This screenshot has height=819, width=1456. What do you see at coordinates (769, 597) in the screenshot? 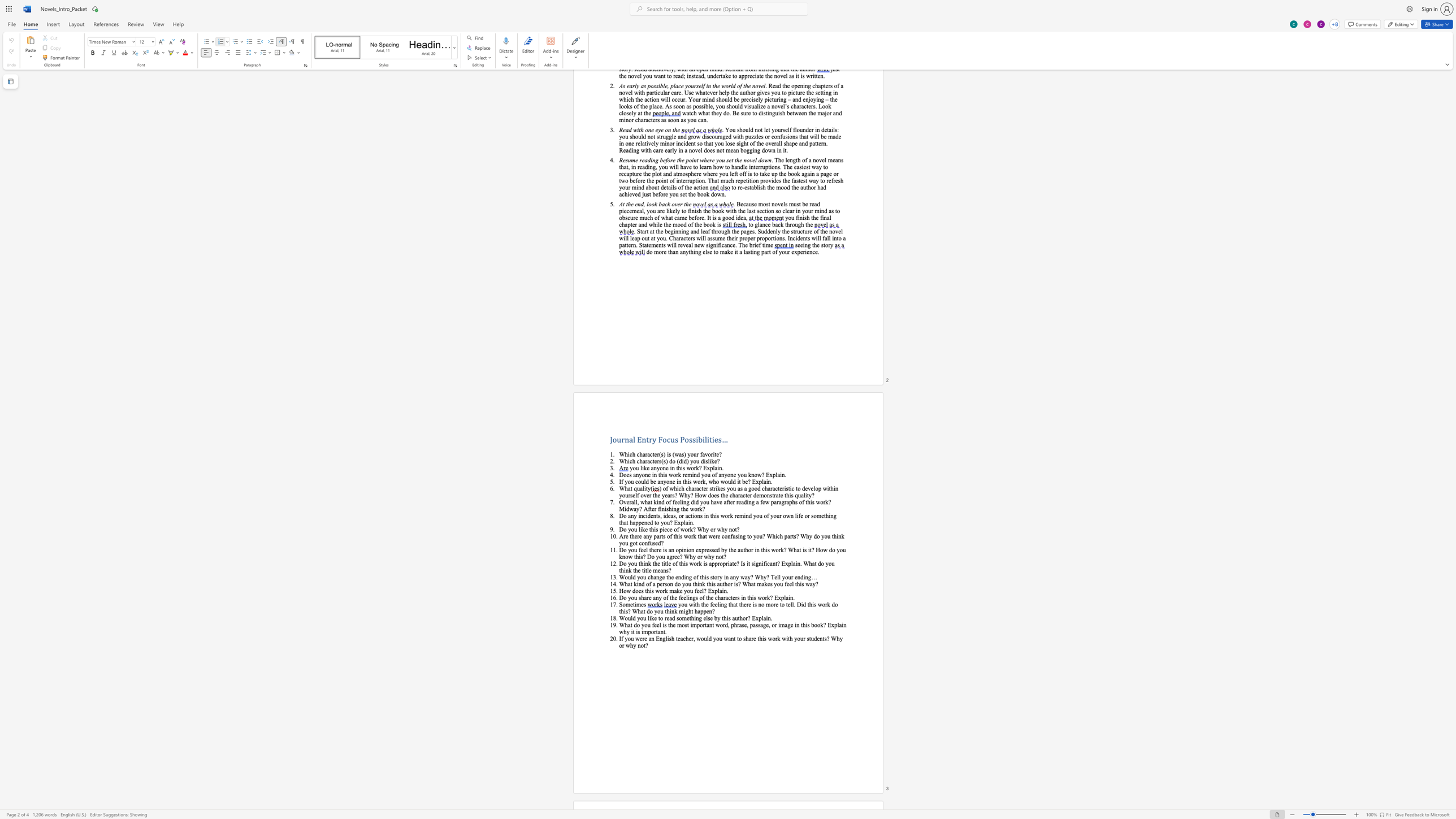
I see `the space between the continuous character "k" and "?" in the text` at bounding box center [769, 597].